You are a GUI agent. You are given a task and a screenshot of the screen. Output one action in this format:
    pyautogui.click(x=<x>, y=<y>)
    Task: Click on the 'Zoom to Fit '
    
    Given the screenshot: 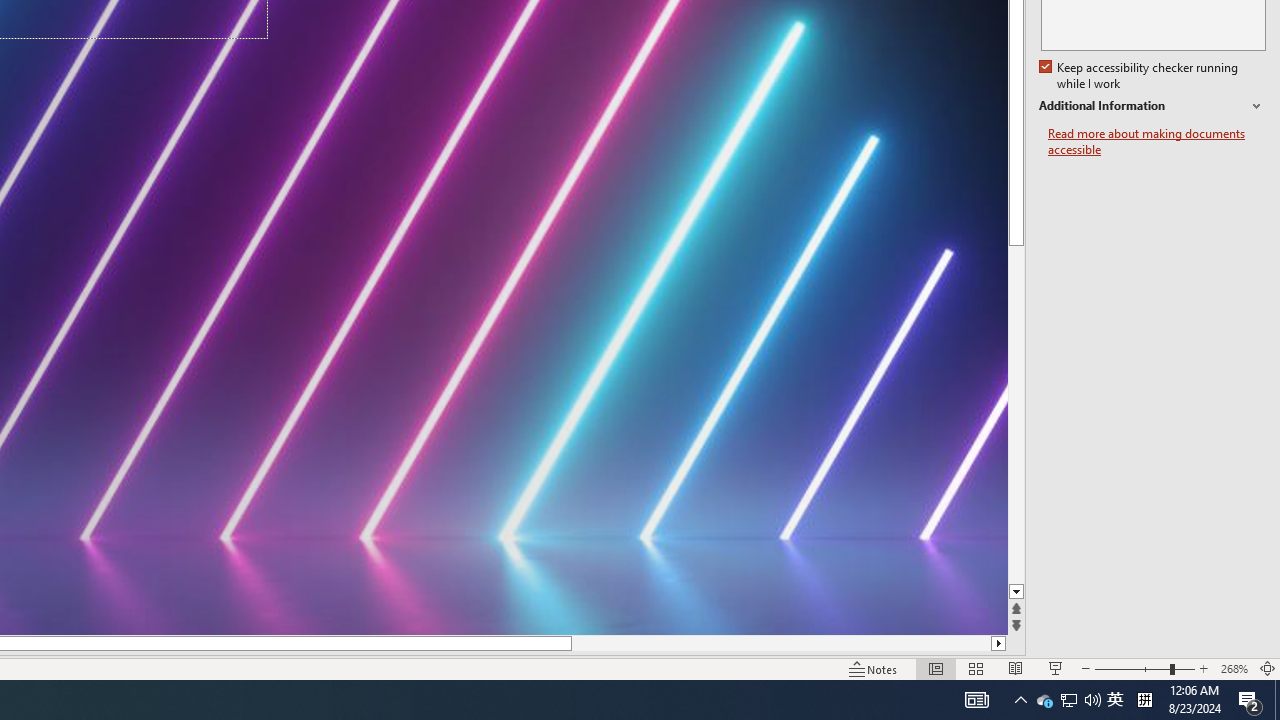 What is the action you would take?
    pyautogui.click(x=1266, y=669)
    